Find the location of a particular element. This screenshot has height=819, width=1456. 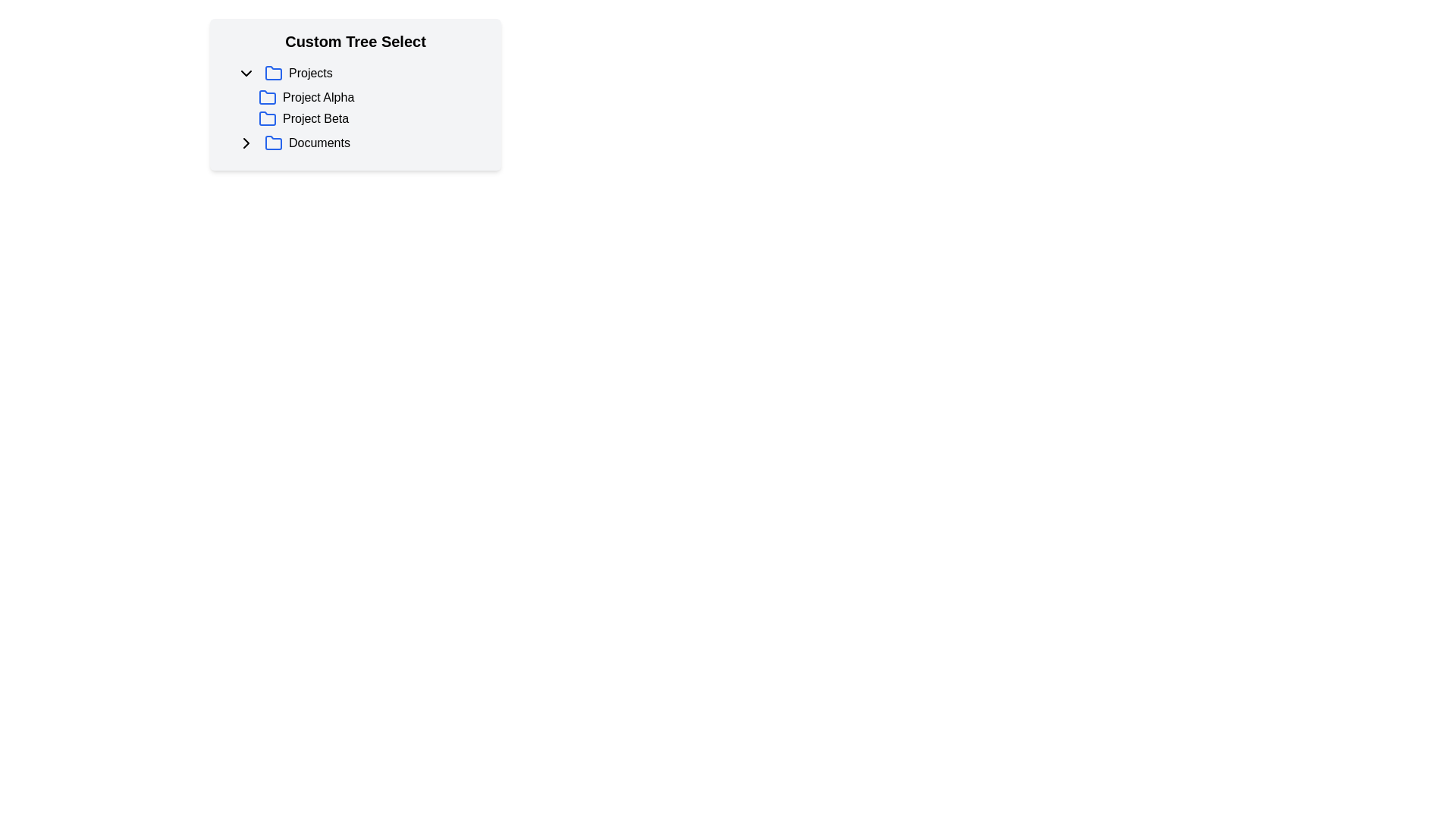

the 'Documents' folder item is located at coordinates (360, 143).